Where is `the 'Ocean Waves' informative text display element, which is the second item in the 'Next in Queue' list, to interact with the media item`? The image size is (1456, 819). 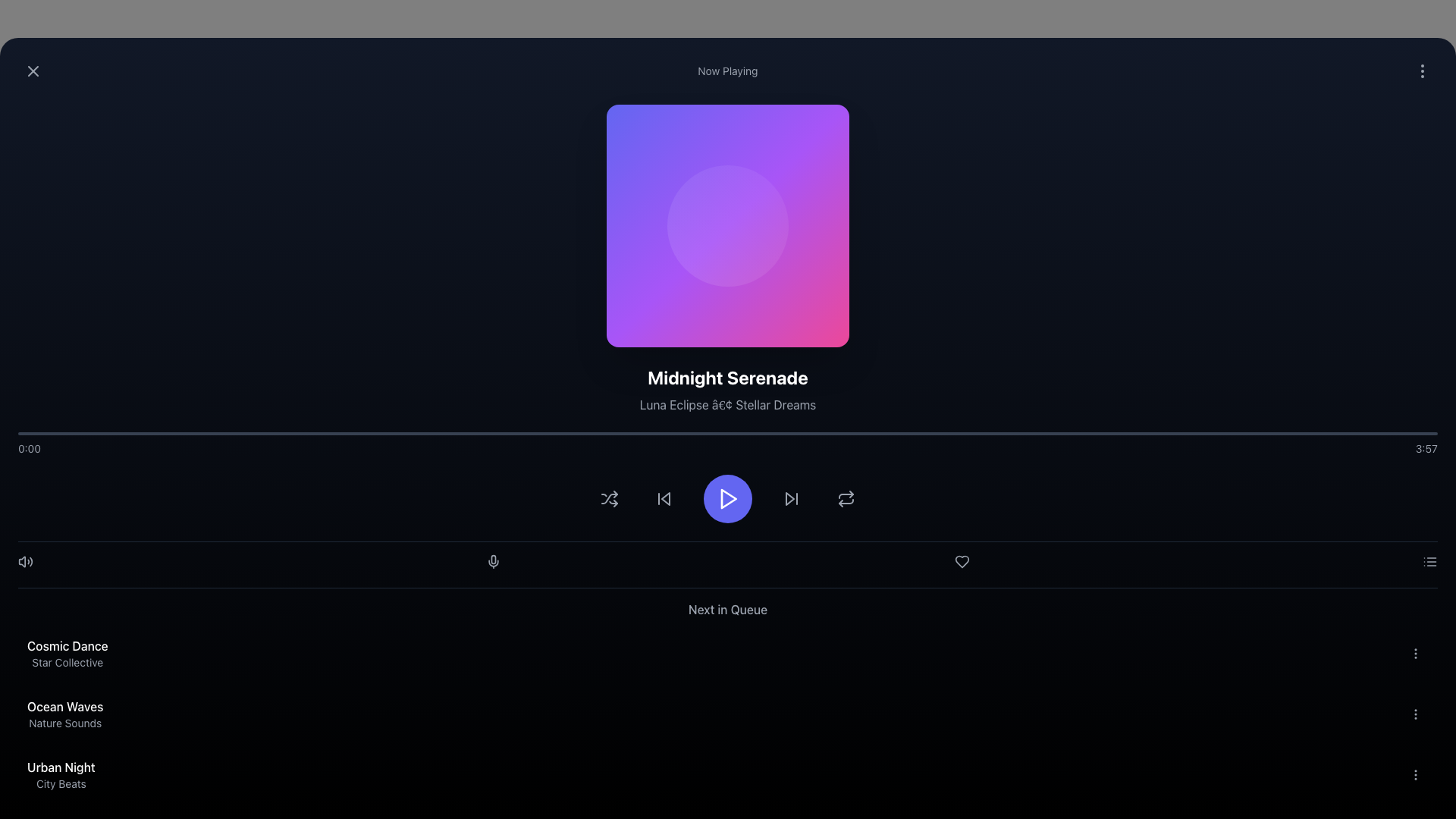
the 'Ocean Waves' informative text display element, which is the second item in the 'Next in Queue' list, to interact with the media item is located at coordinates (64, 714).